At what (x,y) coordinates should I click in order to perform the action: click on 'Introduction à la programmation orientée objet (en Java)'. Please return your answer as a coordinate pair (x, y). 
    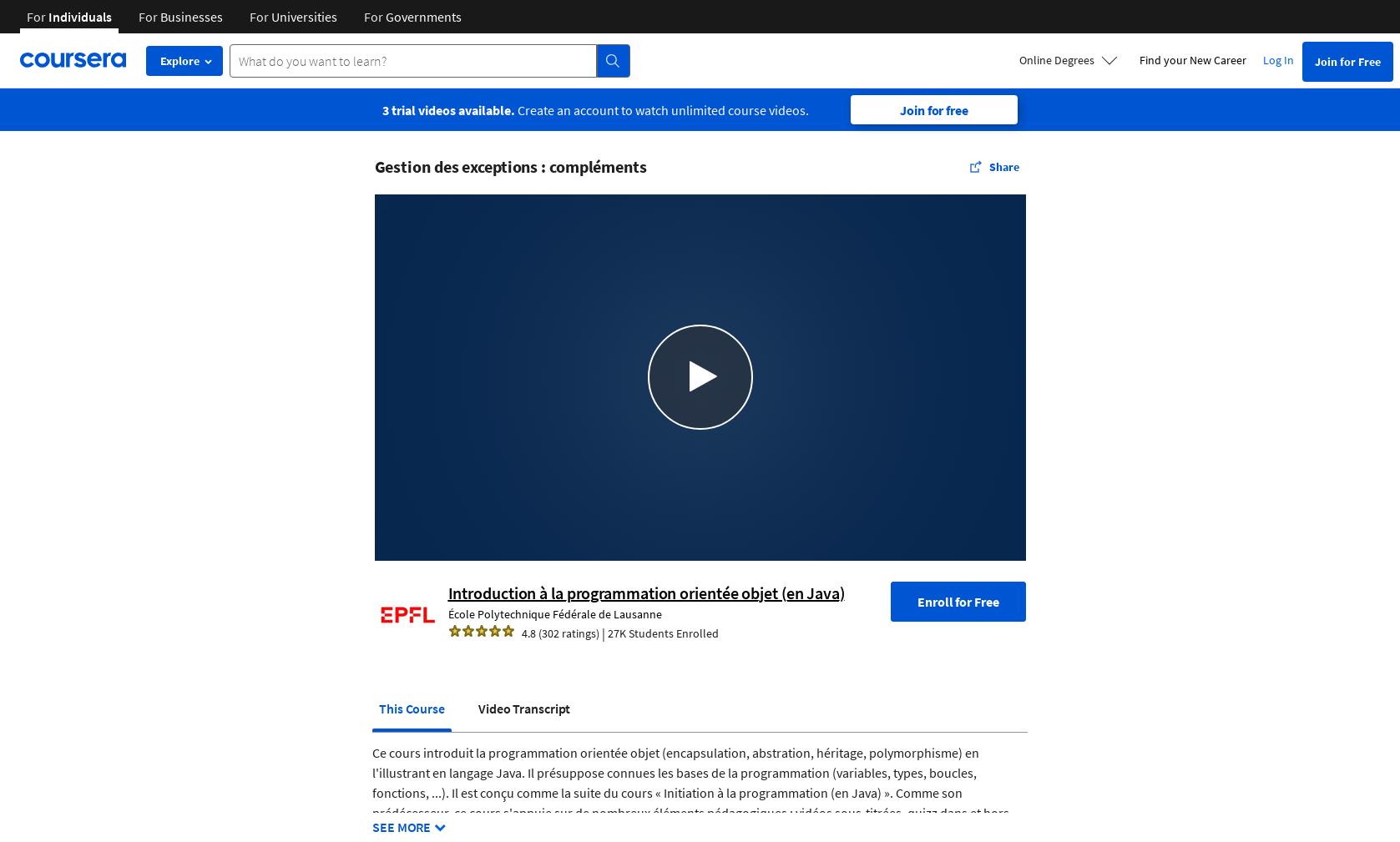
    Looking at the image, I should click on (645, 592).